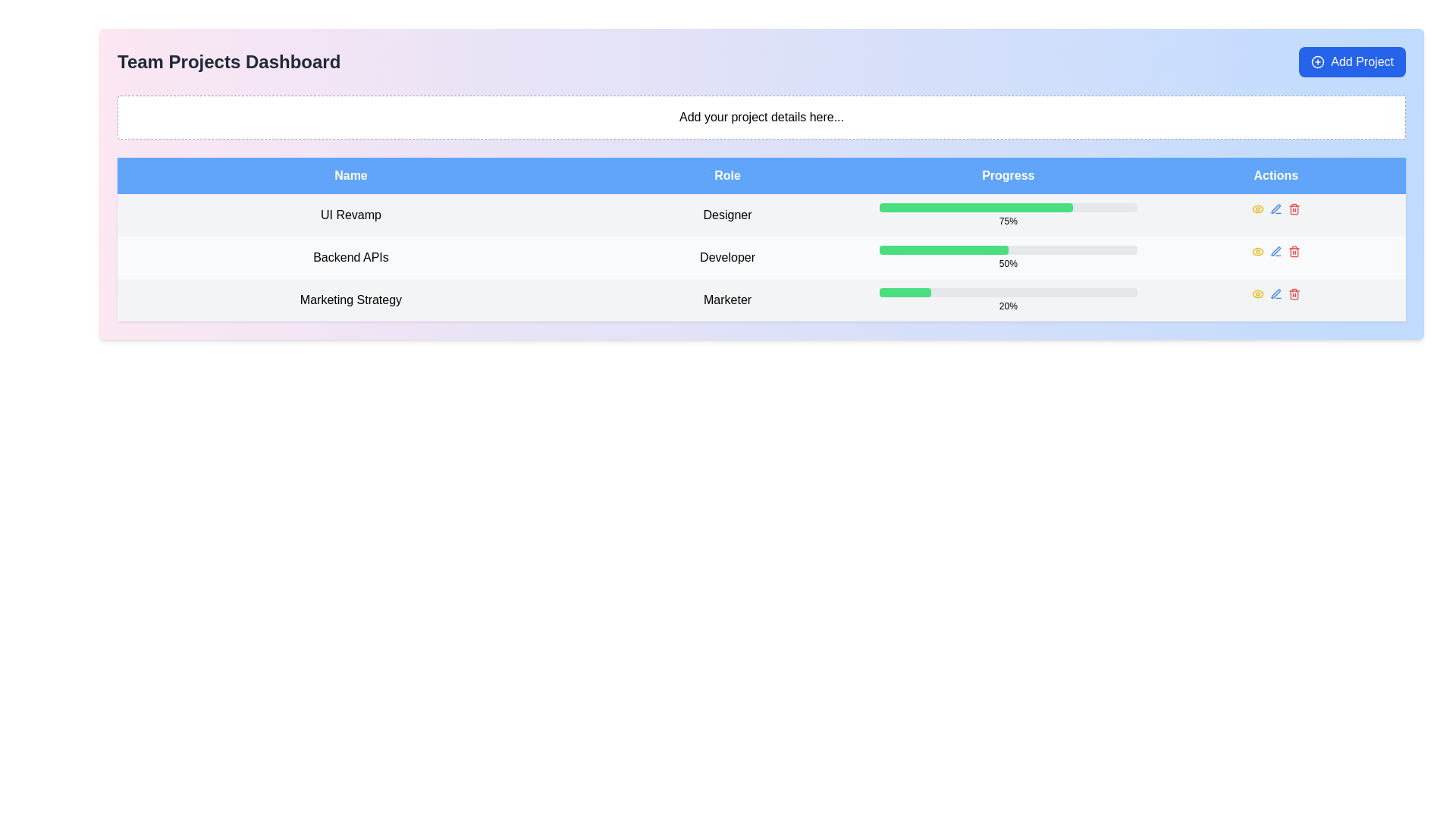 The height and width of the screenshot is (819, 1456). I want to click on value displayed in the text label showing '75%' located beneath the green progress bar in the 'Progress' column of the 'Designer' row, so click(1008, 221).